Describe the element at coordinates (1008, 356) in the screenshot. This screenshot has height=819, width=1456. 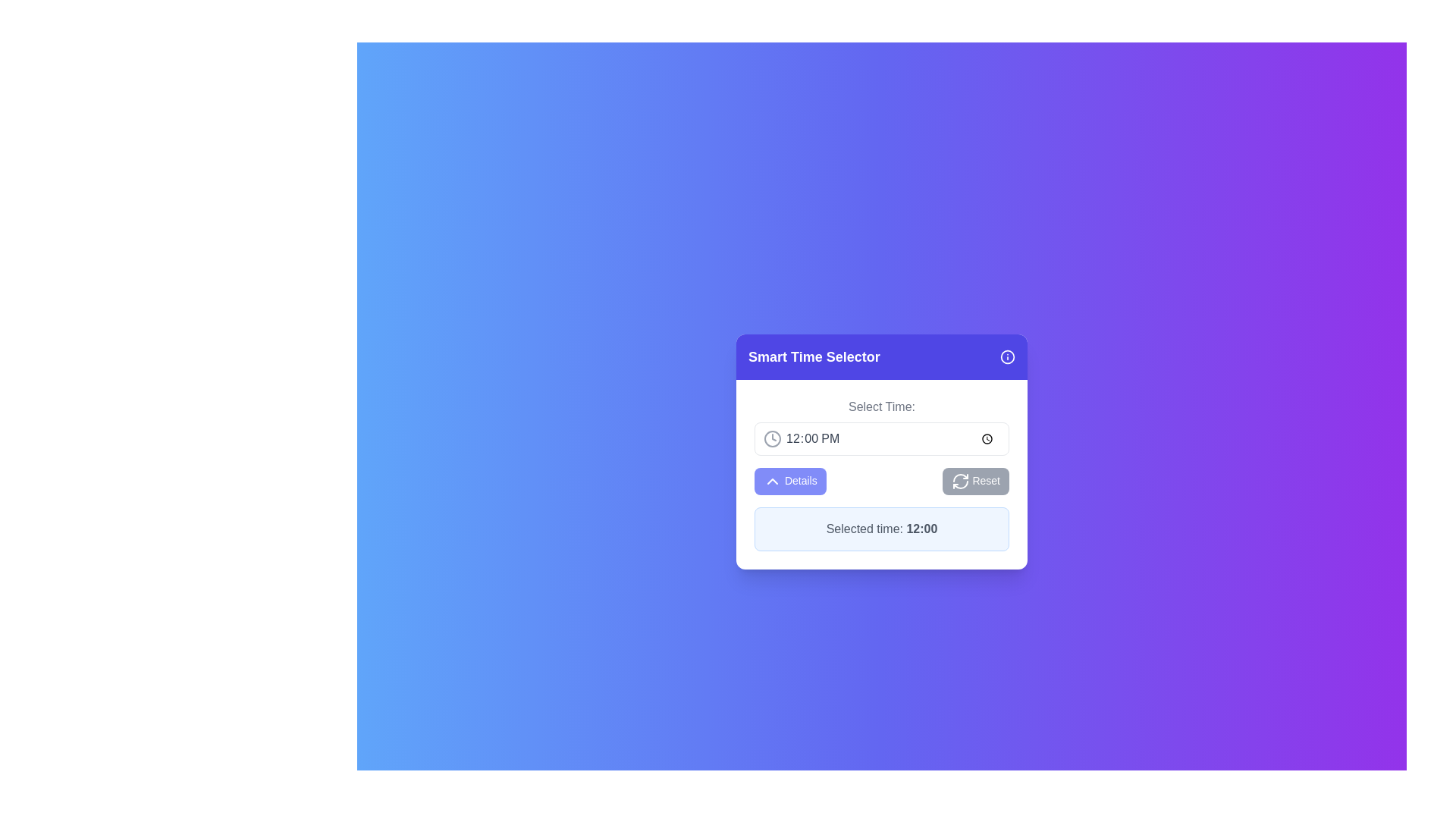
I see `the informational icon located beside the text 'Smart Time Selector' in the top-right corner of the purple header section` at that location.